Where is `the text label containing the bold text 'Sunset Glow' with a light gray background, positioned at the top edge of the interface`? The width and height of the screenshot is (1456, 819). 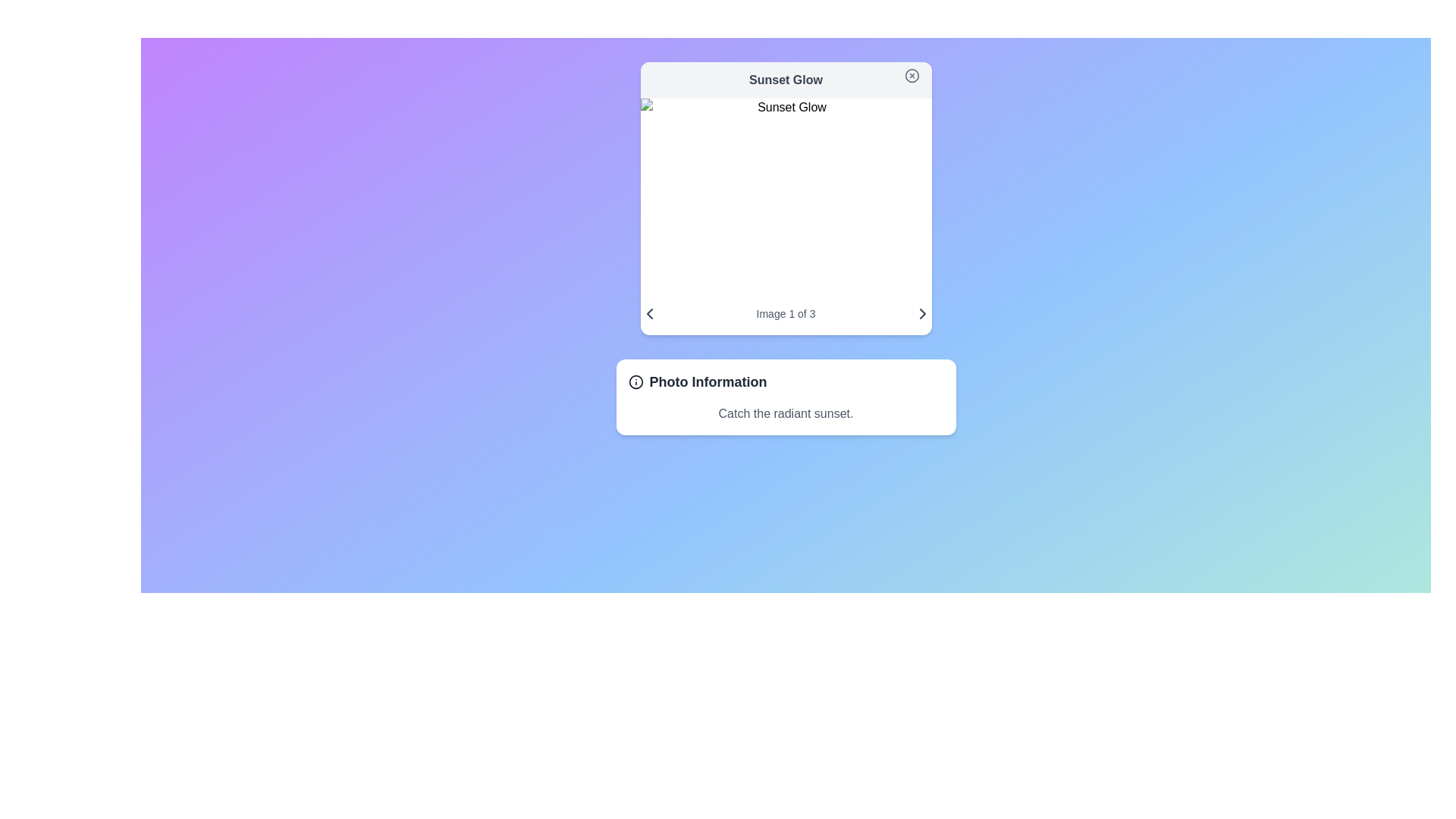
the text label containing the bold text 'Sunset Glow' with a light gray background, positioned at the top edge of the interface is located at coordinates (786, 80).